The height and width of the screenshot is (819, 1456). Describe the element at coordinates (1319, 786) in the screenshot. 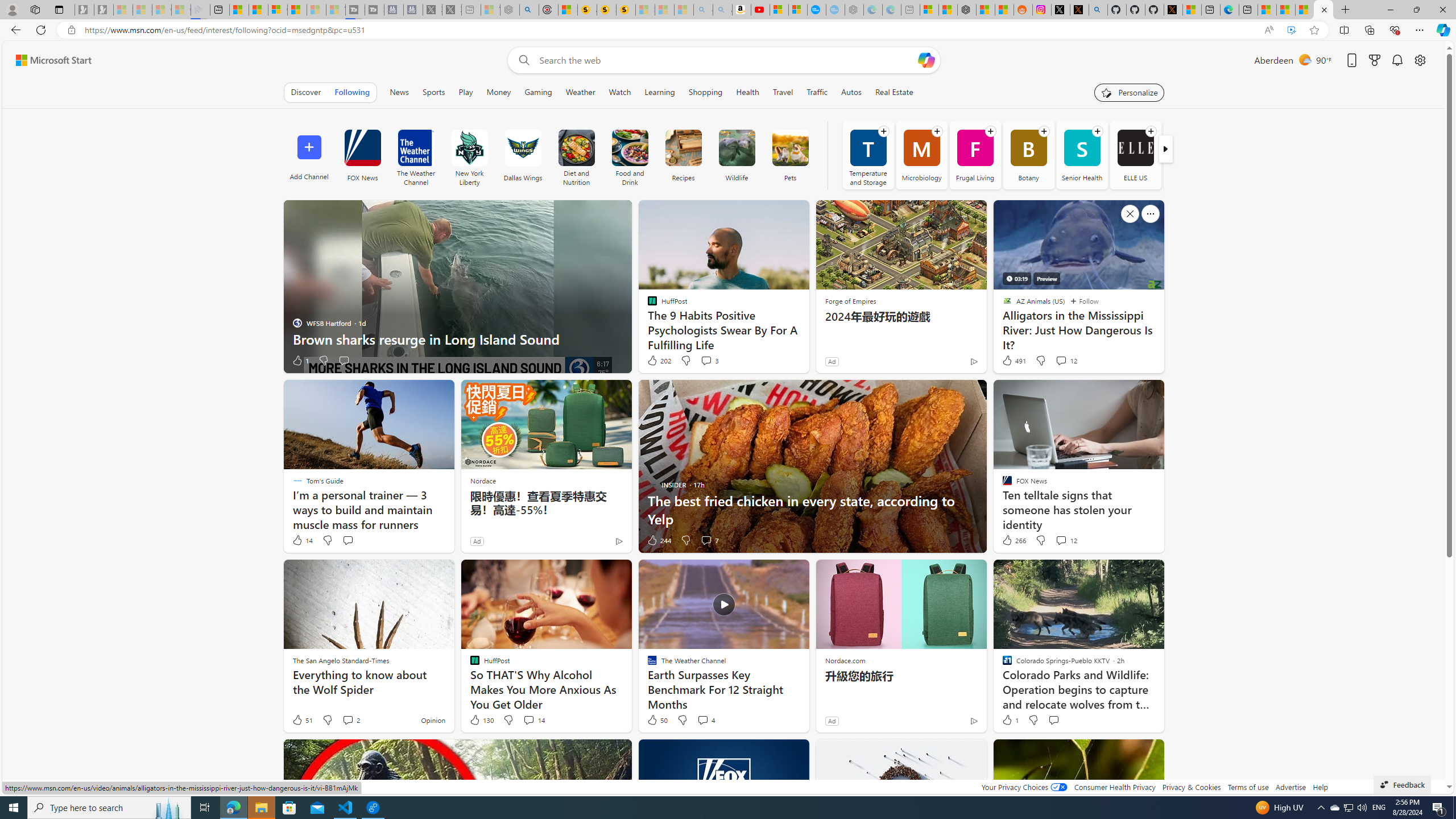

I see `'Help'` at that location.